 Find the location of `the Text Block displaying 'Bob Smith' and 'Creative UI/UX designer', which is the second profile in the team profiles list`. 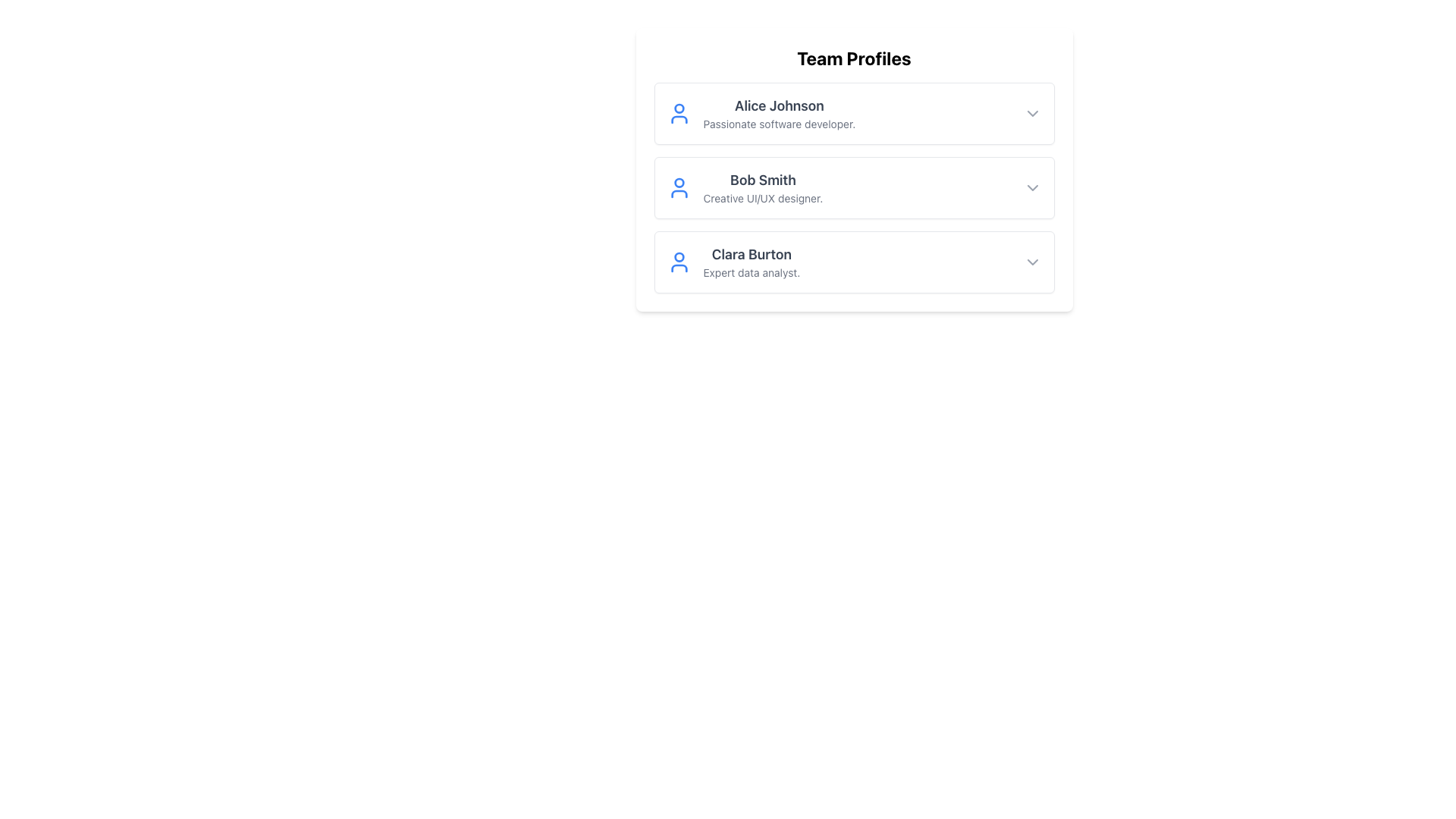

the Text Block displaying 'Bob Smith' and 'Creative UI/UX designer', which is the second profile in the team profiles list is located at coordinates (763, 187).